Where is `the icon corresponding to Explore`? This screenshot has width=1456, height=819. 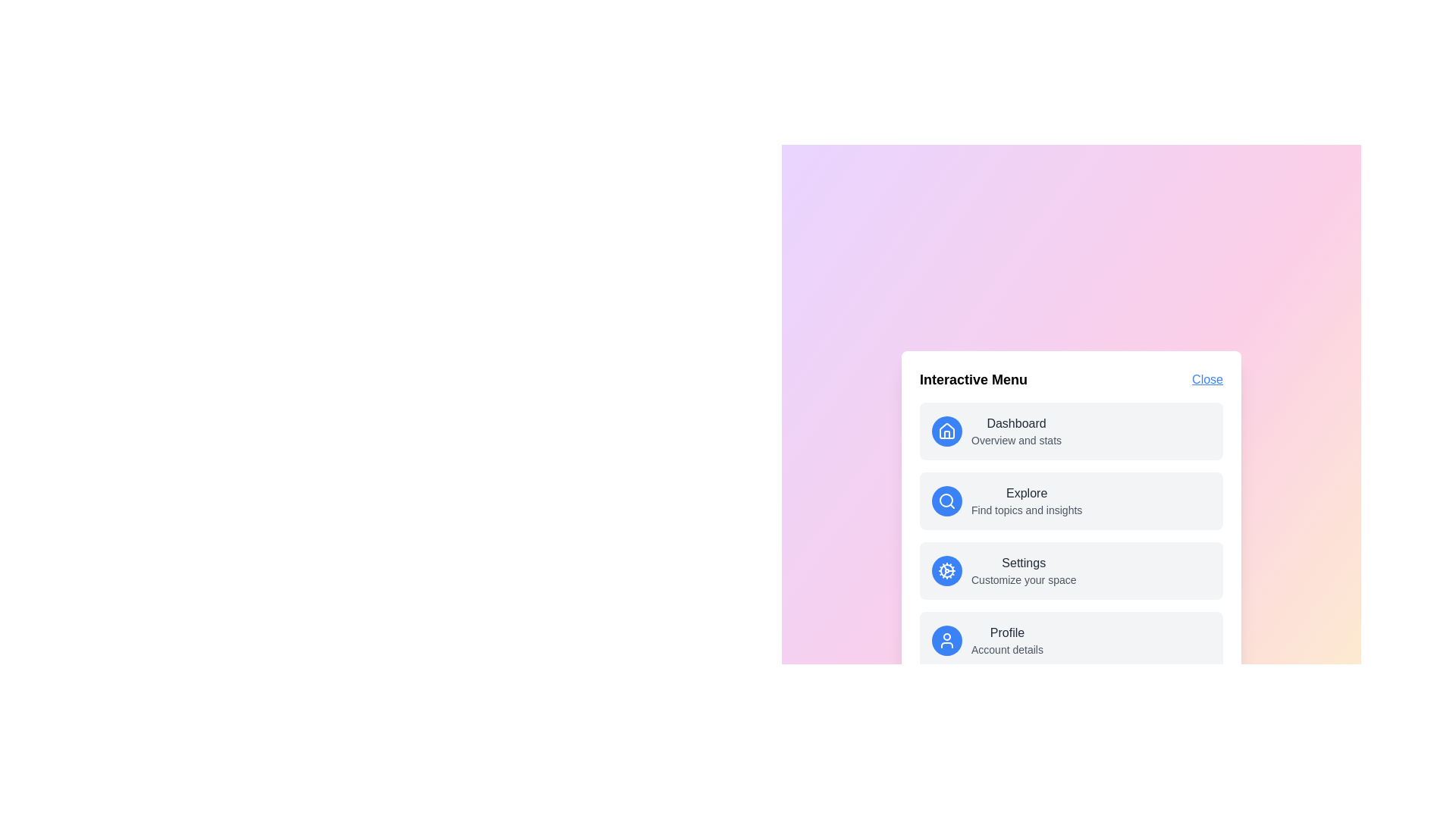 the icon corresponding to Explore is located at coordinates (946, 500).